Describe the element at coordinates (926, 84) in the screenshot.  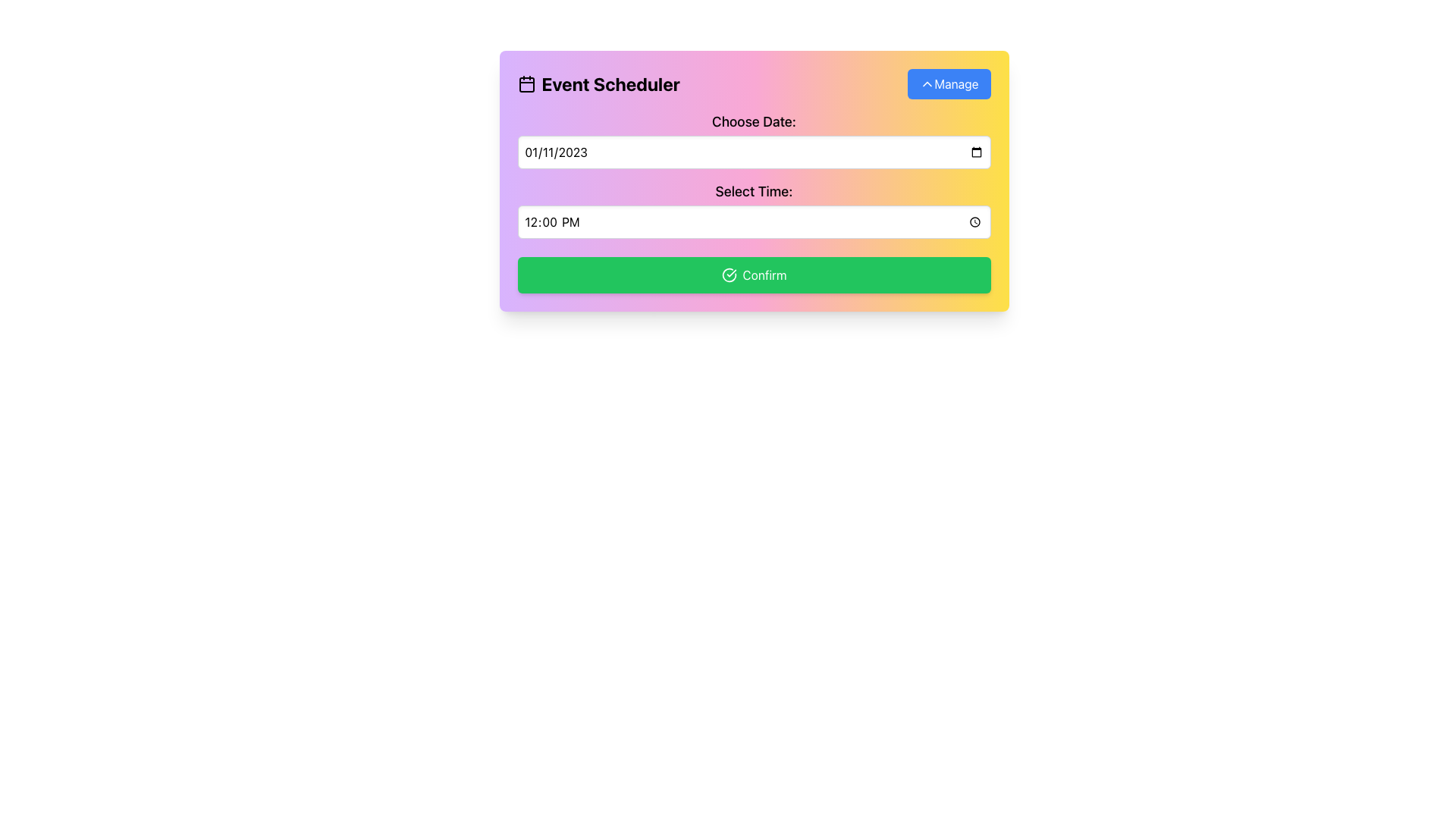
I see `the upward-facing chevron icon located within the 'Manage' button, positioned to the right side of the button’s text` at that location.